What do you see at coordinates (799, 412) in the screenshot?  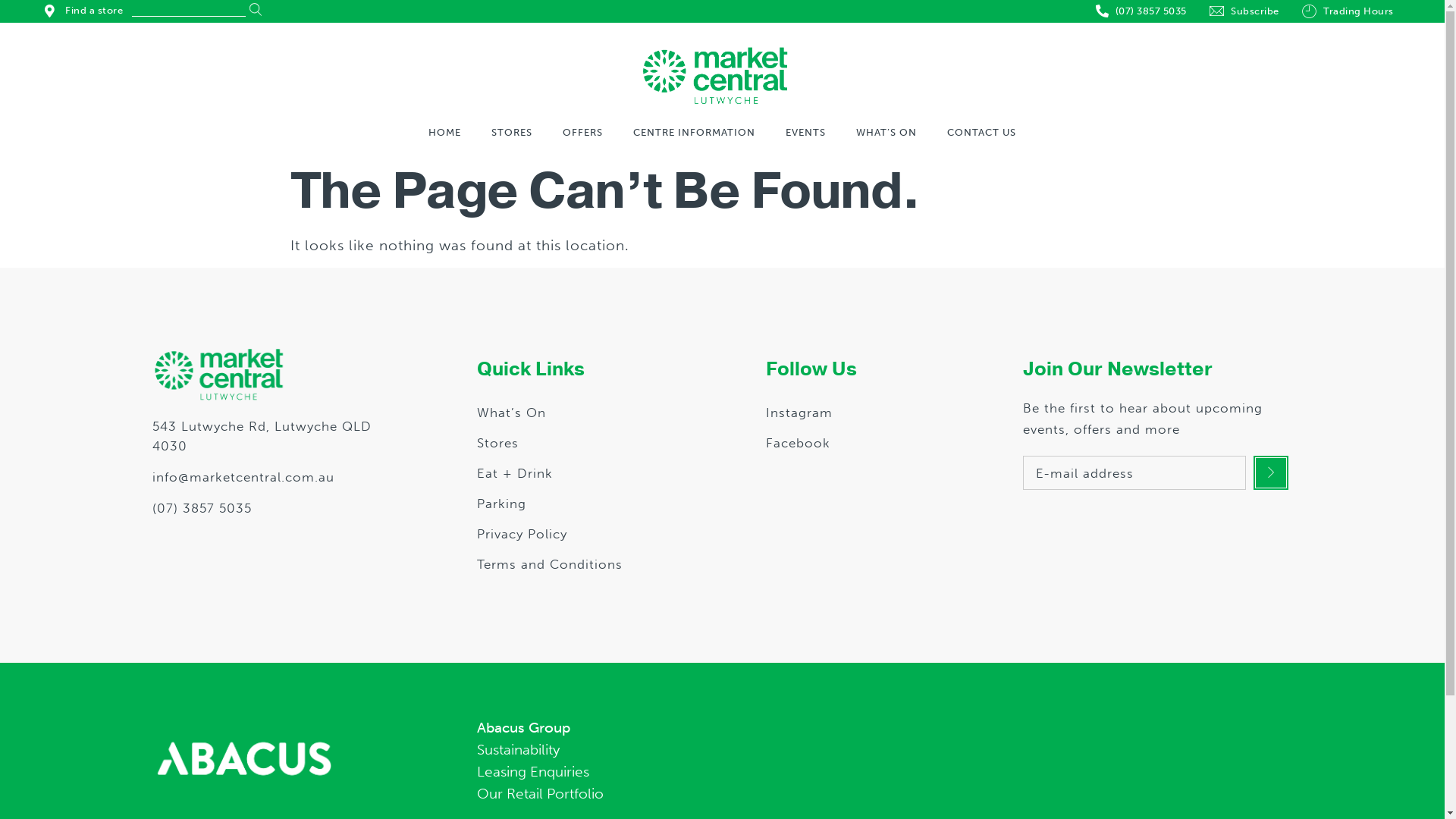 I see `'Instagram'` at bounding box center [799, 412].